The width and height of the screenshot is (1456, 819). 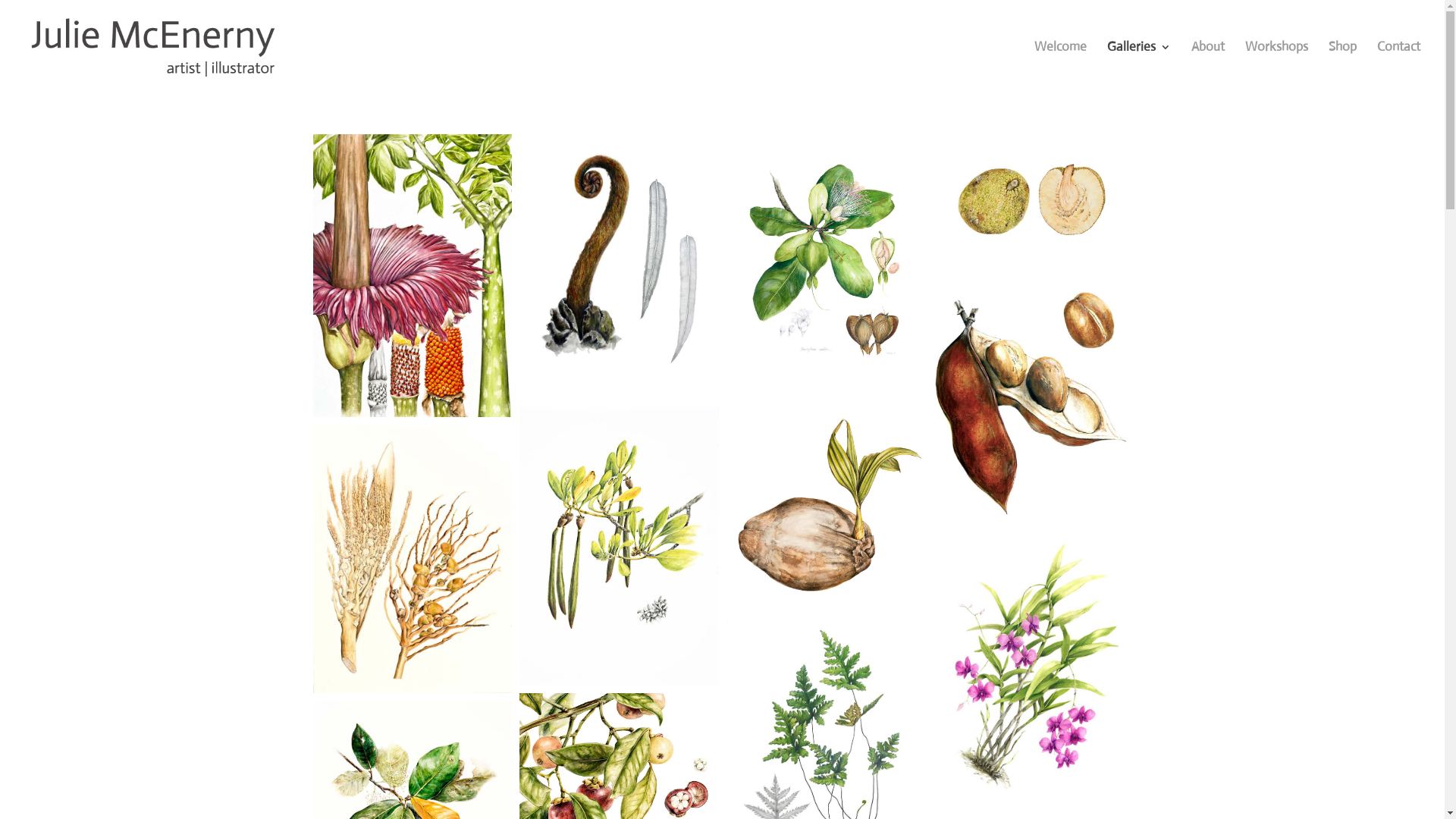 I want to click on 'Contact', so click(x=1376, y=67).